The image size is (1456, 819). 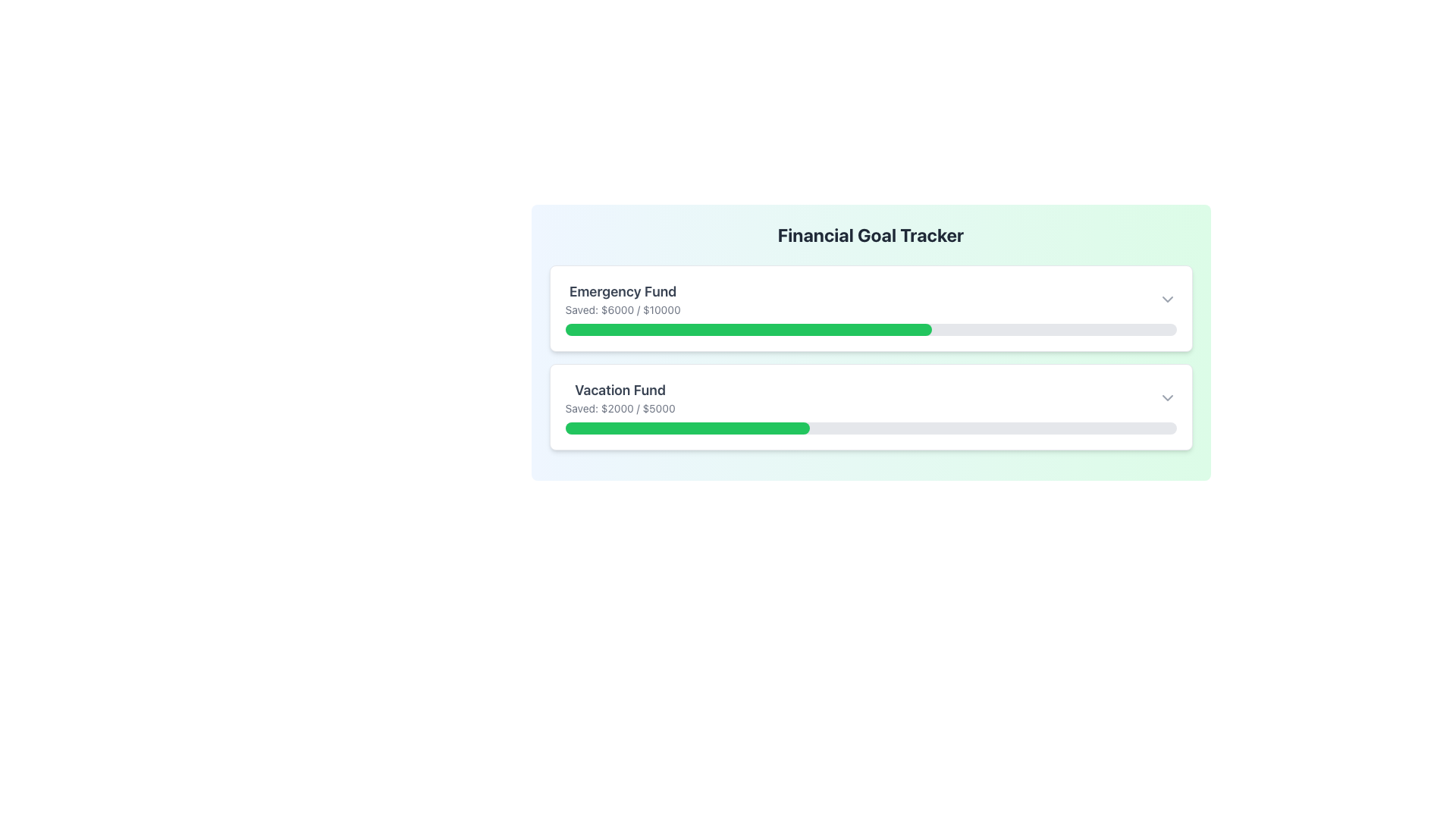 I want to click on the dropdown toggle button located at the top-right corner of the 'Vacation Fund' section to change its color, so click(x=1166, y=397).